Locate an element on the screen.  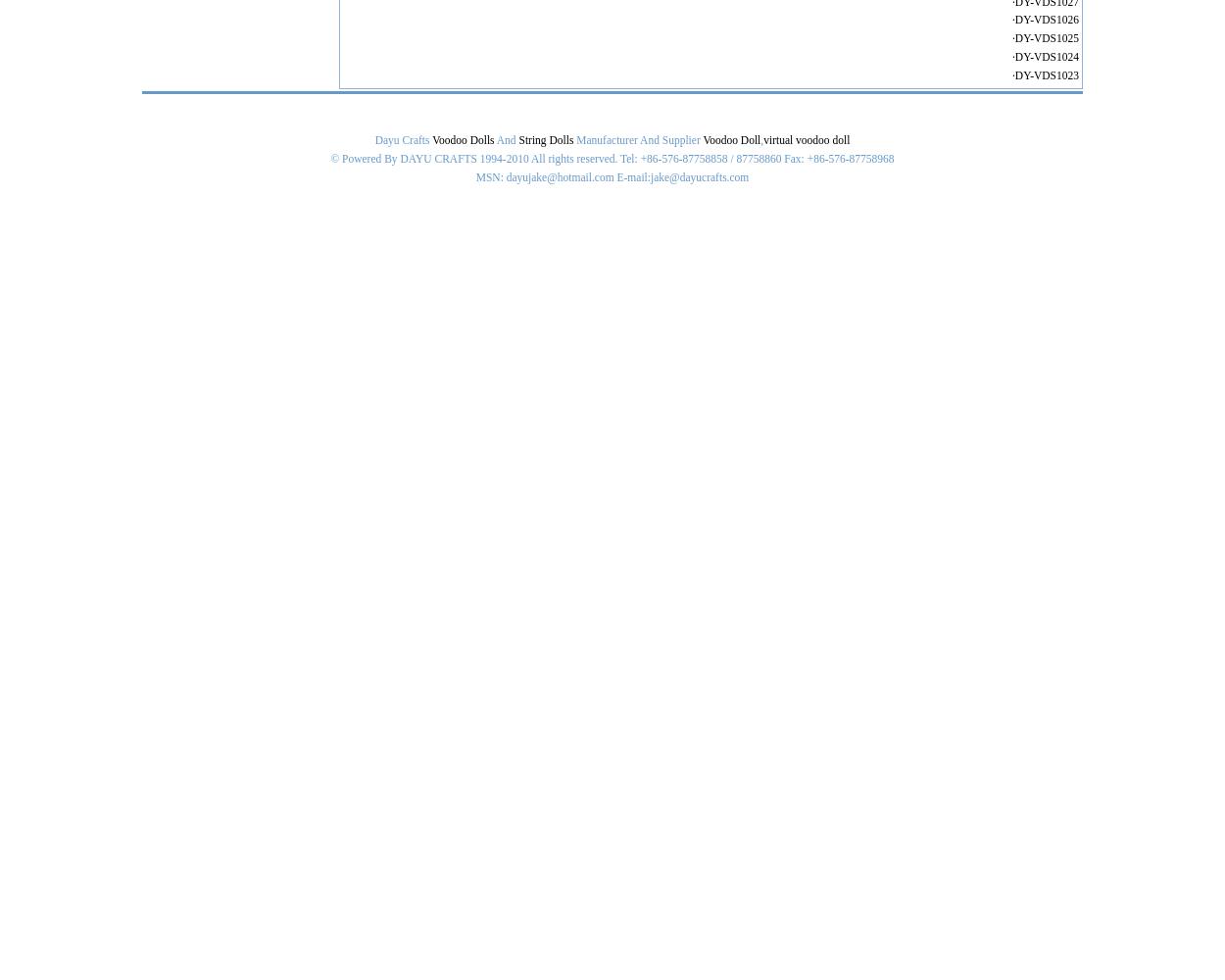
'Dayu Crafts' is located at coordinates (374, 140).